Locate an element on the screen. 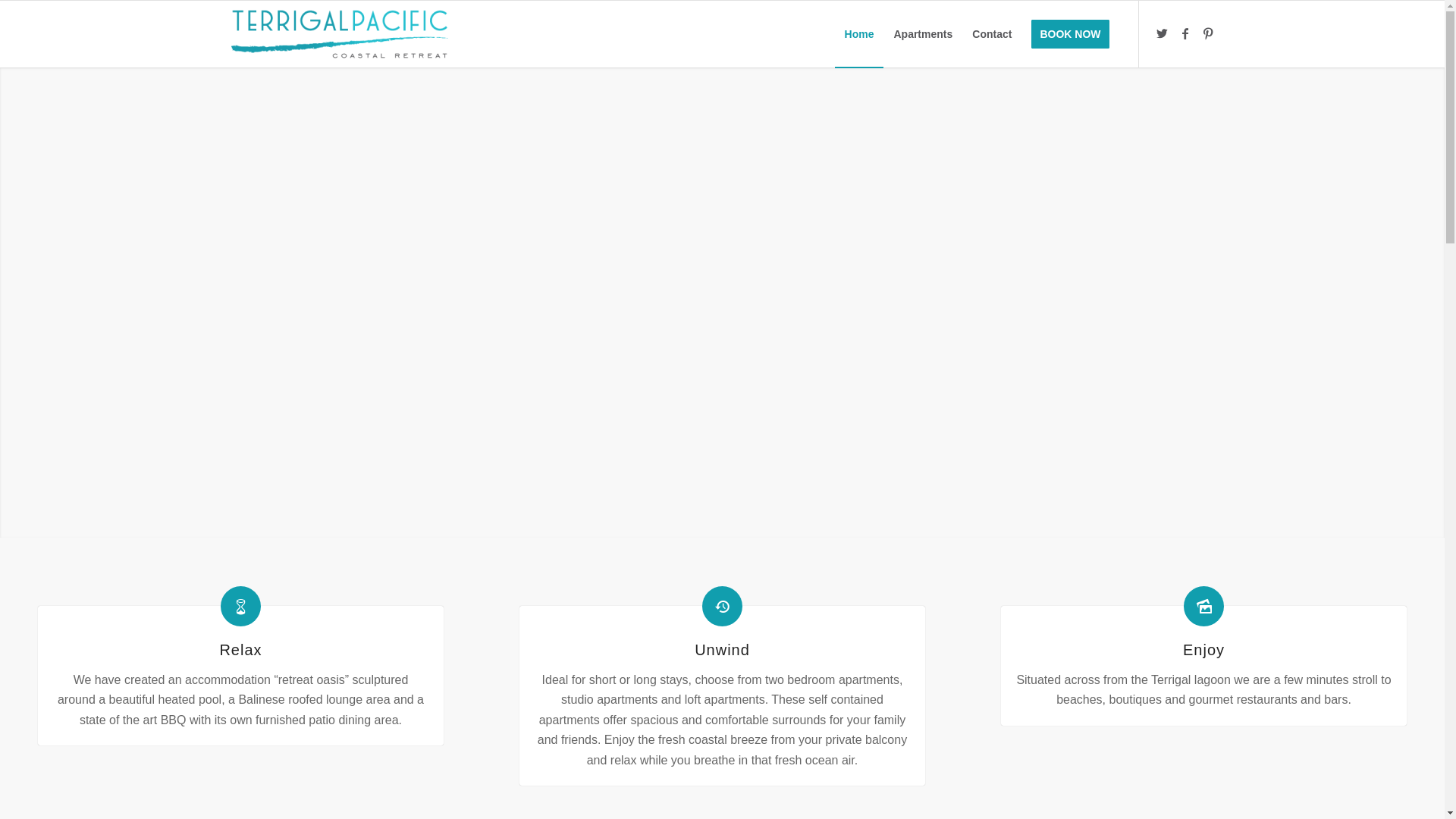 This screenshot has width=1456, height=819. 'BOOK NOW' is located at coordinates (1069, 34).